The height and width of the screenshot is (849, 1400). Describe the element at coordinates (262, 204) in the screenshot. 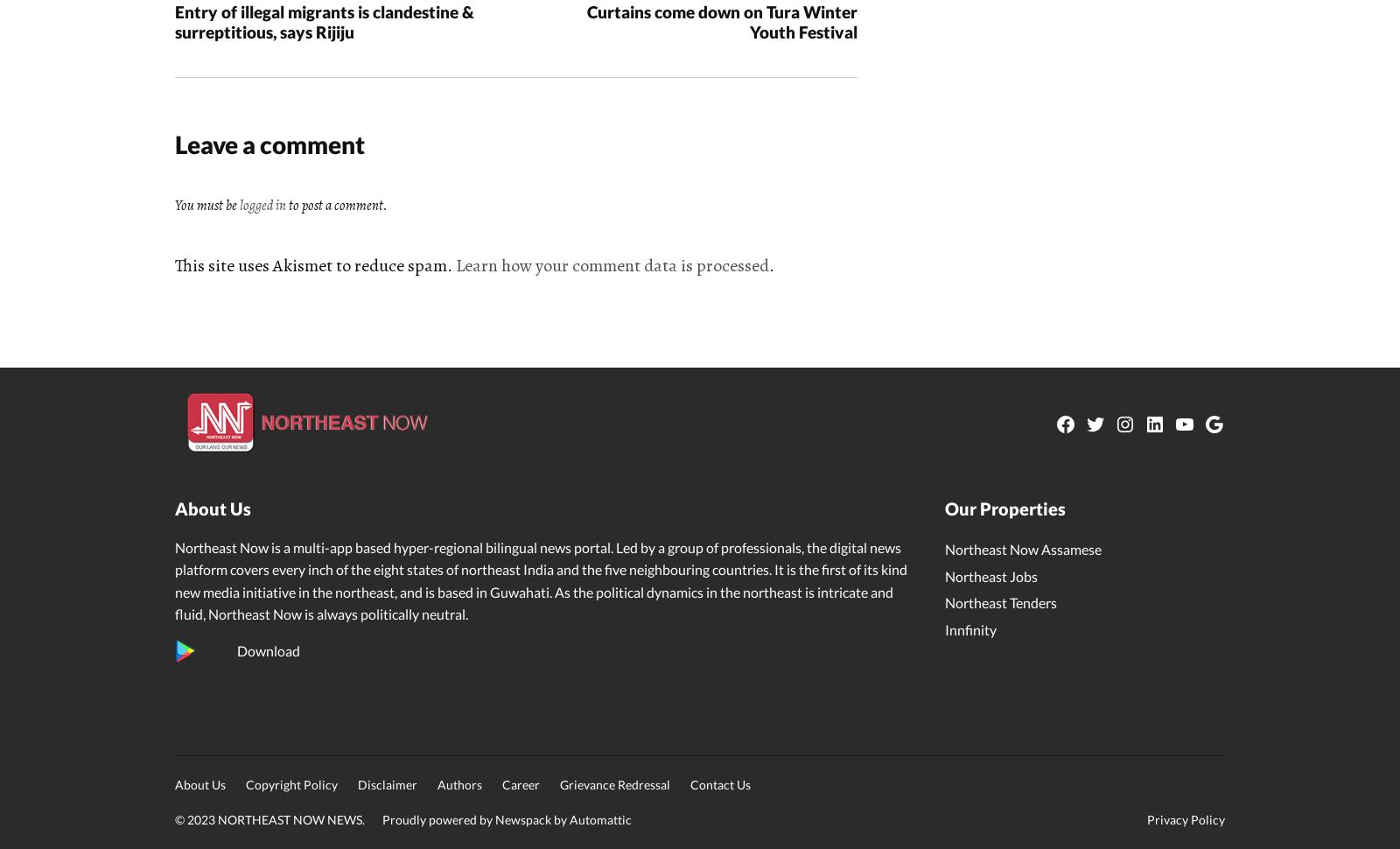

I see `'logged in'` at that location.